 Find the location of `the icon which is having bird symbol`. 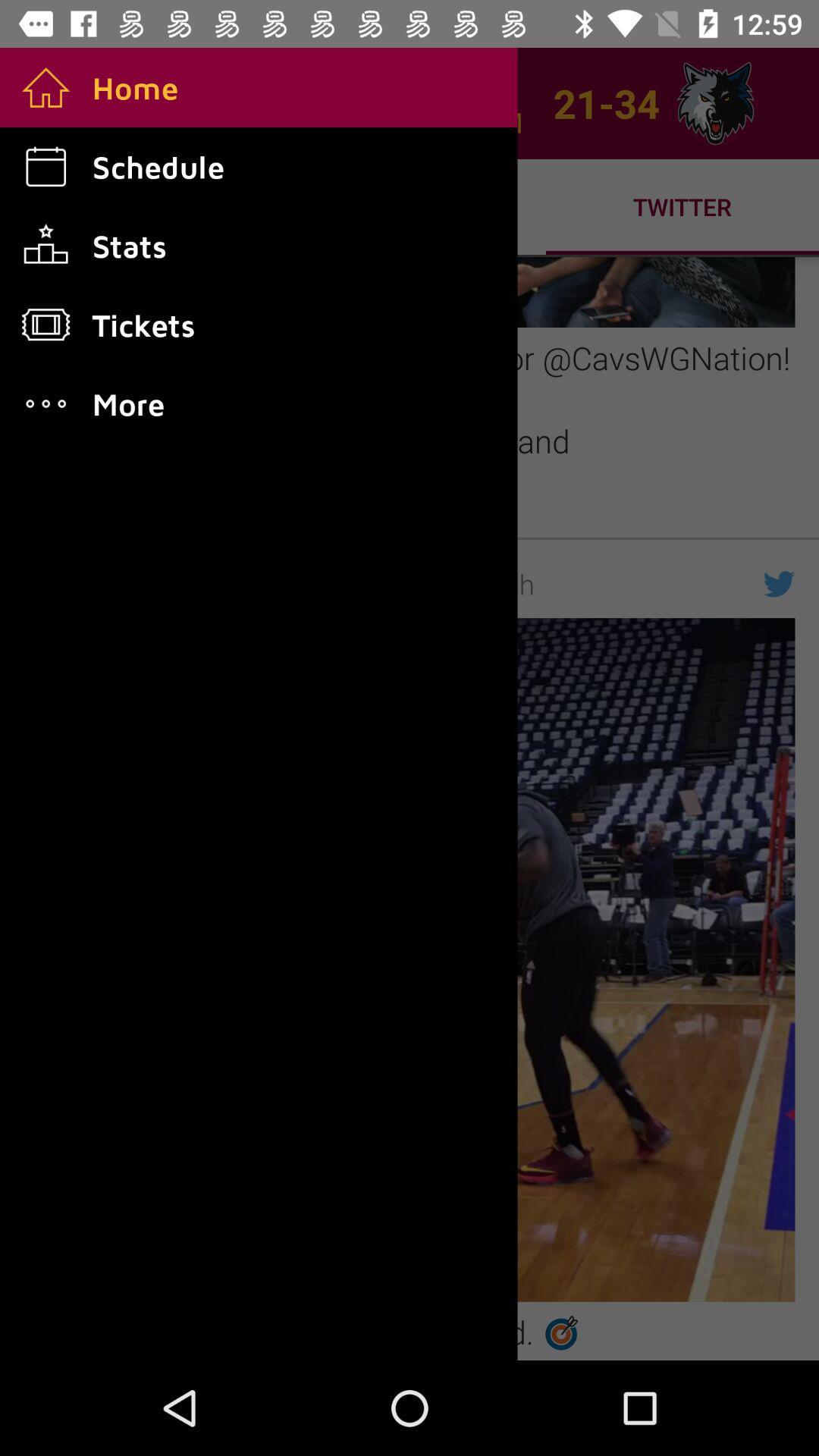

the icon which is having bird symbol is located at coordinates (780, 583).